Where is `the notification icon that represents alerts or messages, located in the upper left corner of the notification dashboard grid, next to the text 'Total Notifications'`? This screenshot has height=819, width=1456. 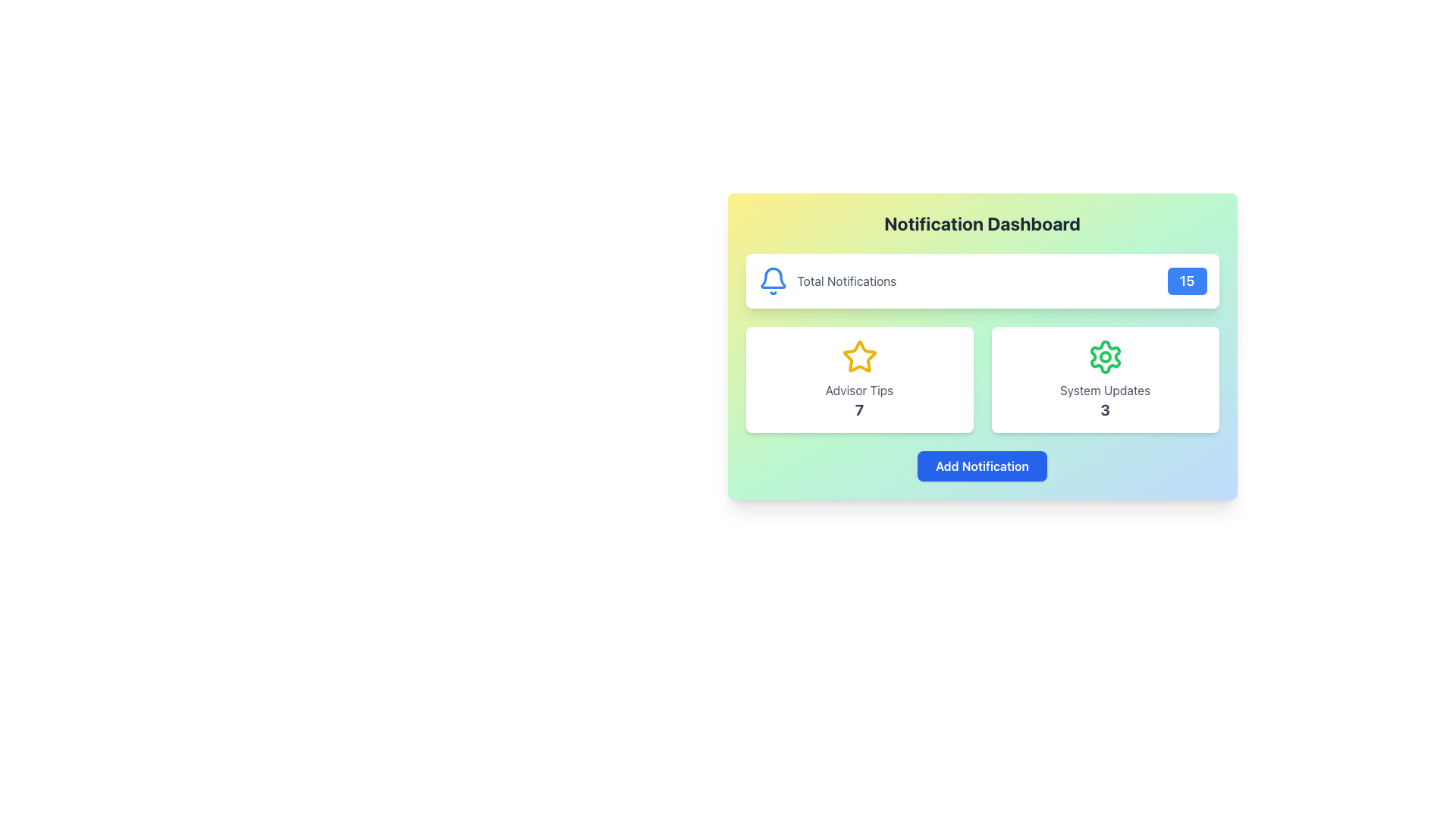
the notification icon that represents alerts or messages, located in the upper left corner of the notification dashboard grid, next to the text 'Total Notifications' is located at coordinates (773, 281).